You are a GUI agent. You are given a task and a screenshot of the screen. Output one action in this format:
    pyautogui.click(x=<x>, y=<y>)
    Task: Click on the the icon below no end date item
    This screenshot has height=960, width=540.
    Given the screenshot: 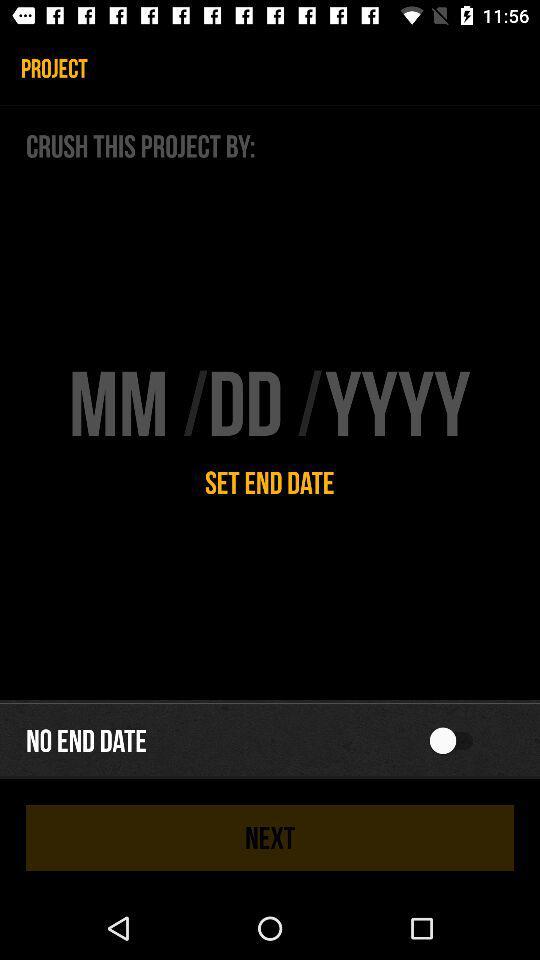 What is the action you would take?
    pyautogui.click(x=270, y=837)
    